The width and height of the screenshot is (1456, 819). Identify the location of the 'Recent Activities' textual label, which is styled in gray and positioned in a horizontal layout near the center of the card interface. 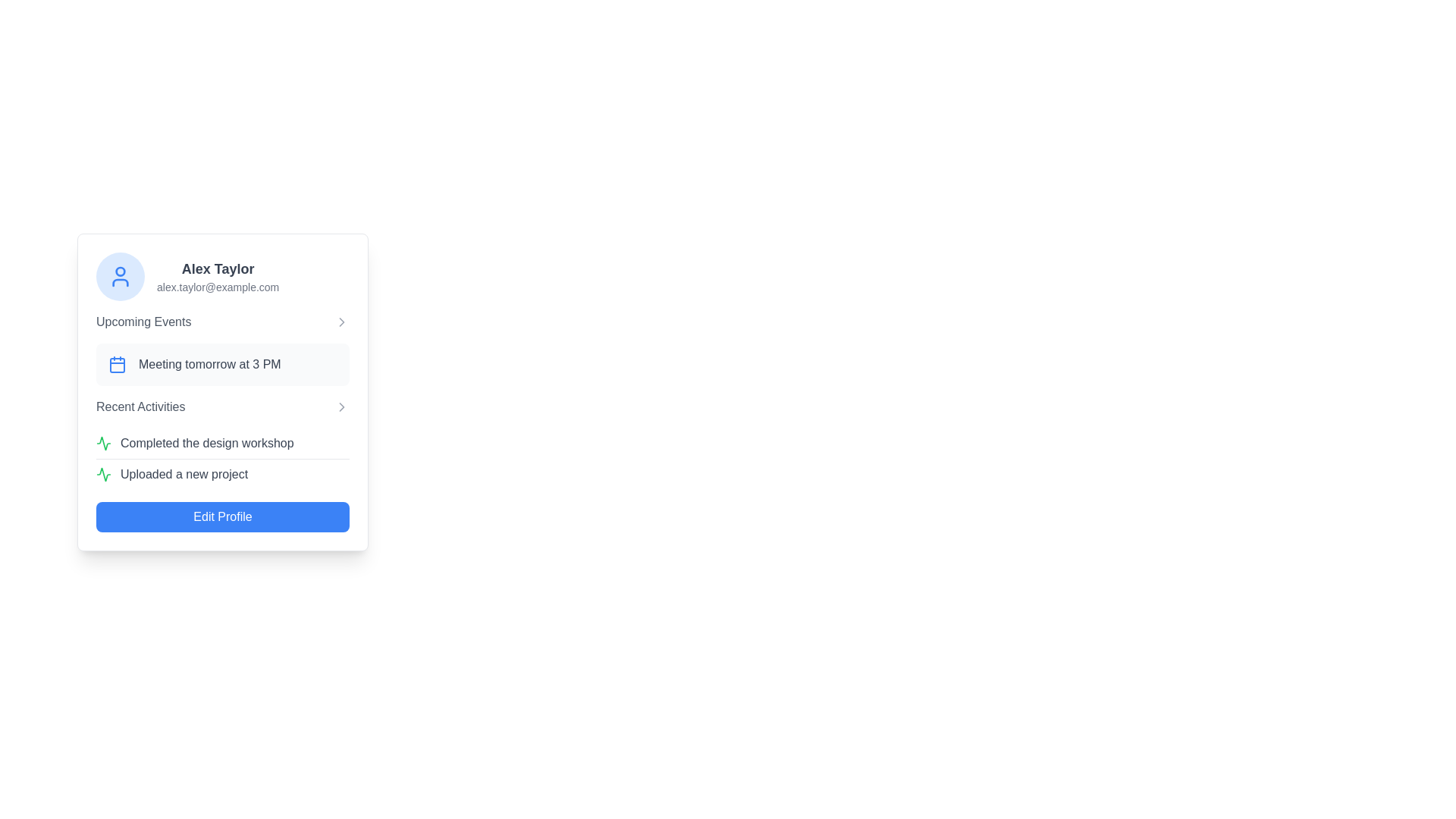
(140, 406).